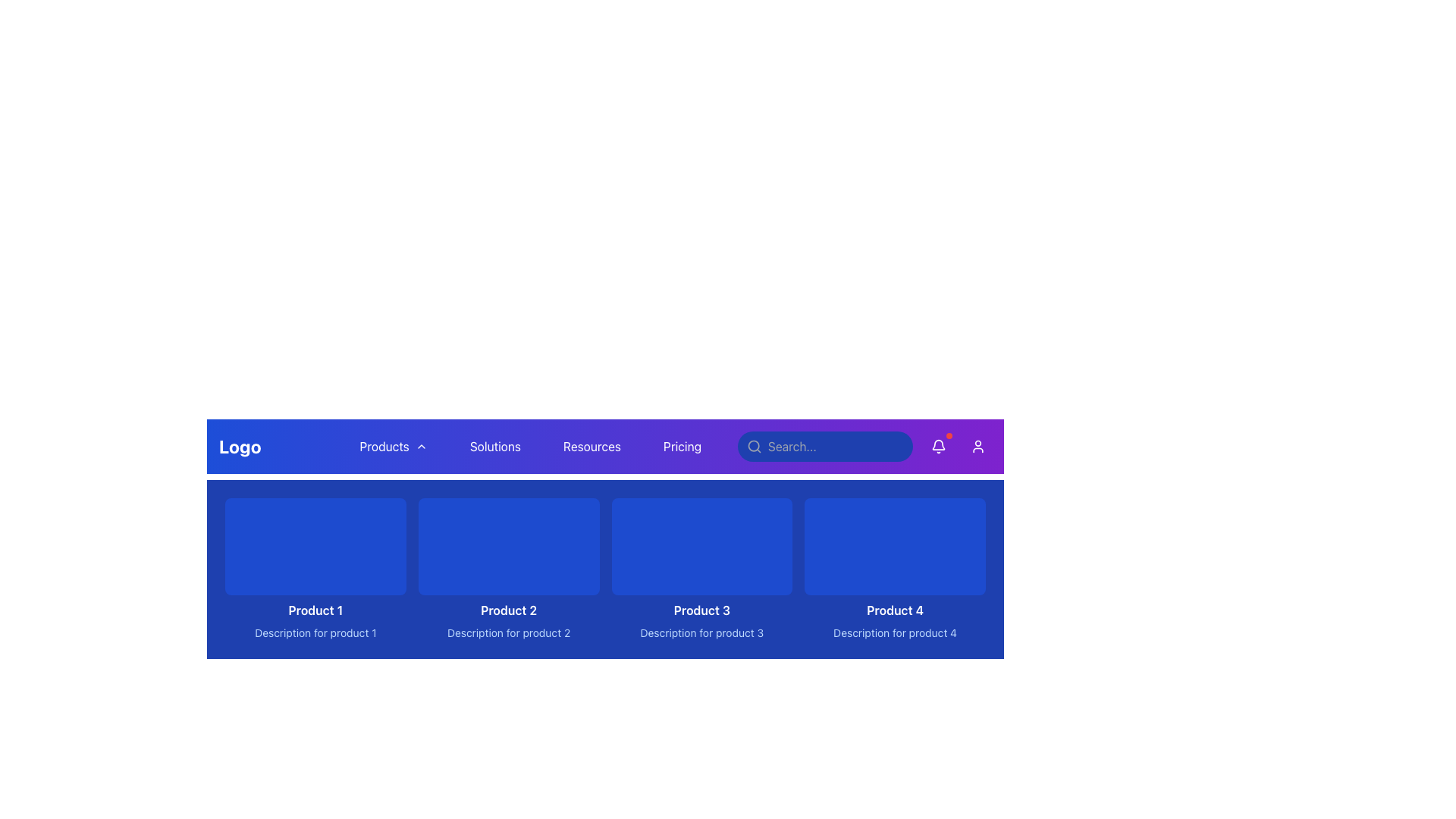 The height and width of the screenshot is (819, 1456). I want to click on the decorative loading placeholder for 'Product 2' located in the grid layout, directly below the navigation bar, so click(509, 547).